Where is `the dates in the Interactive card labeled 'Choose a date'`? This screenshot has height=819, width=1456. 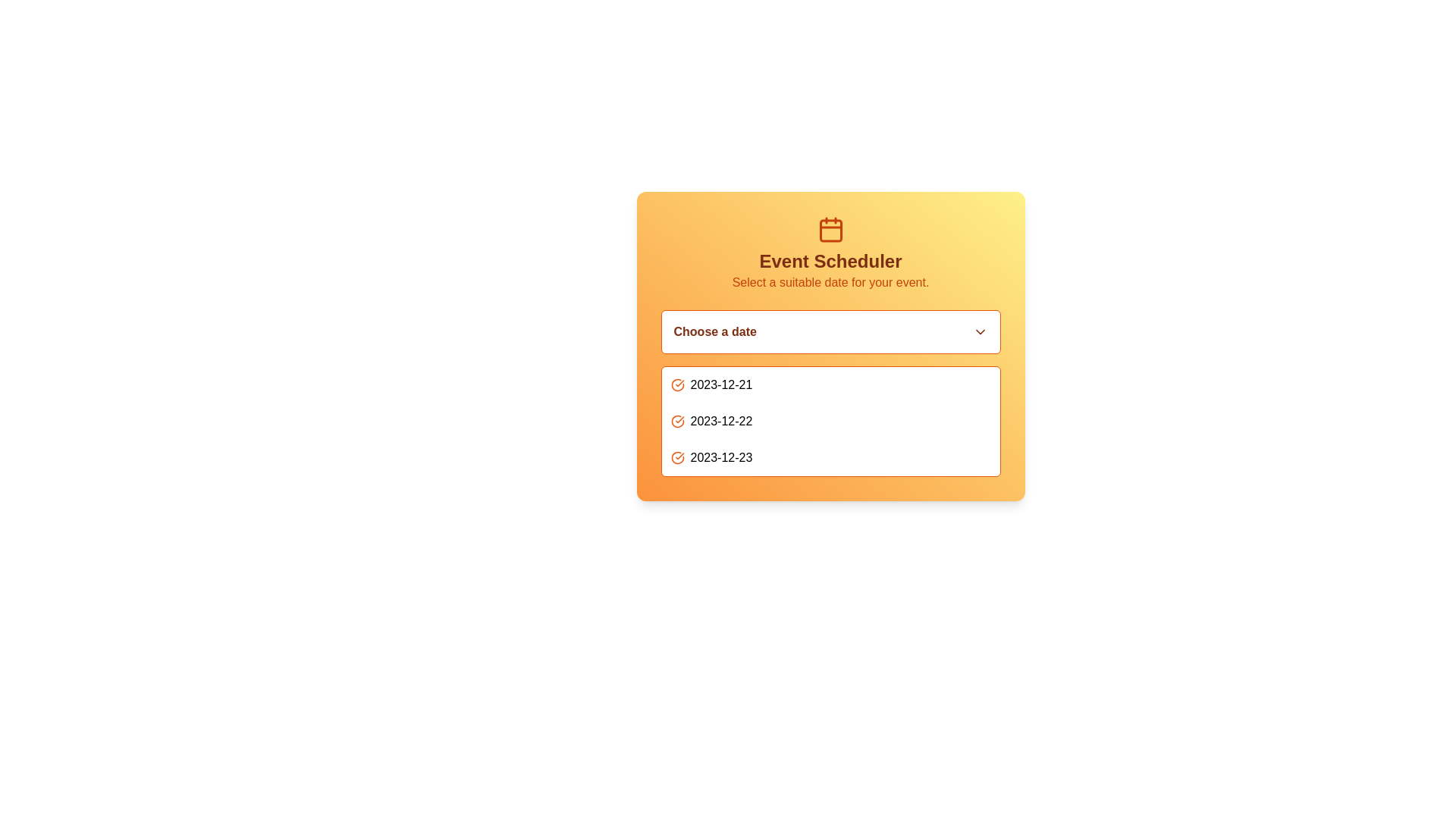 the dates in the Interactive card labeled 'Choose a date' is located at coordinates (830, 346).